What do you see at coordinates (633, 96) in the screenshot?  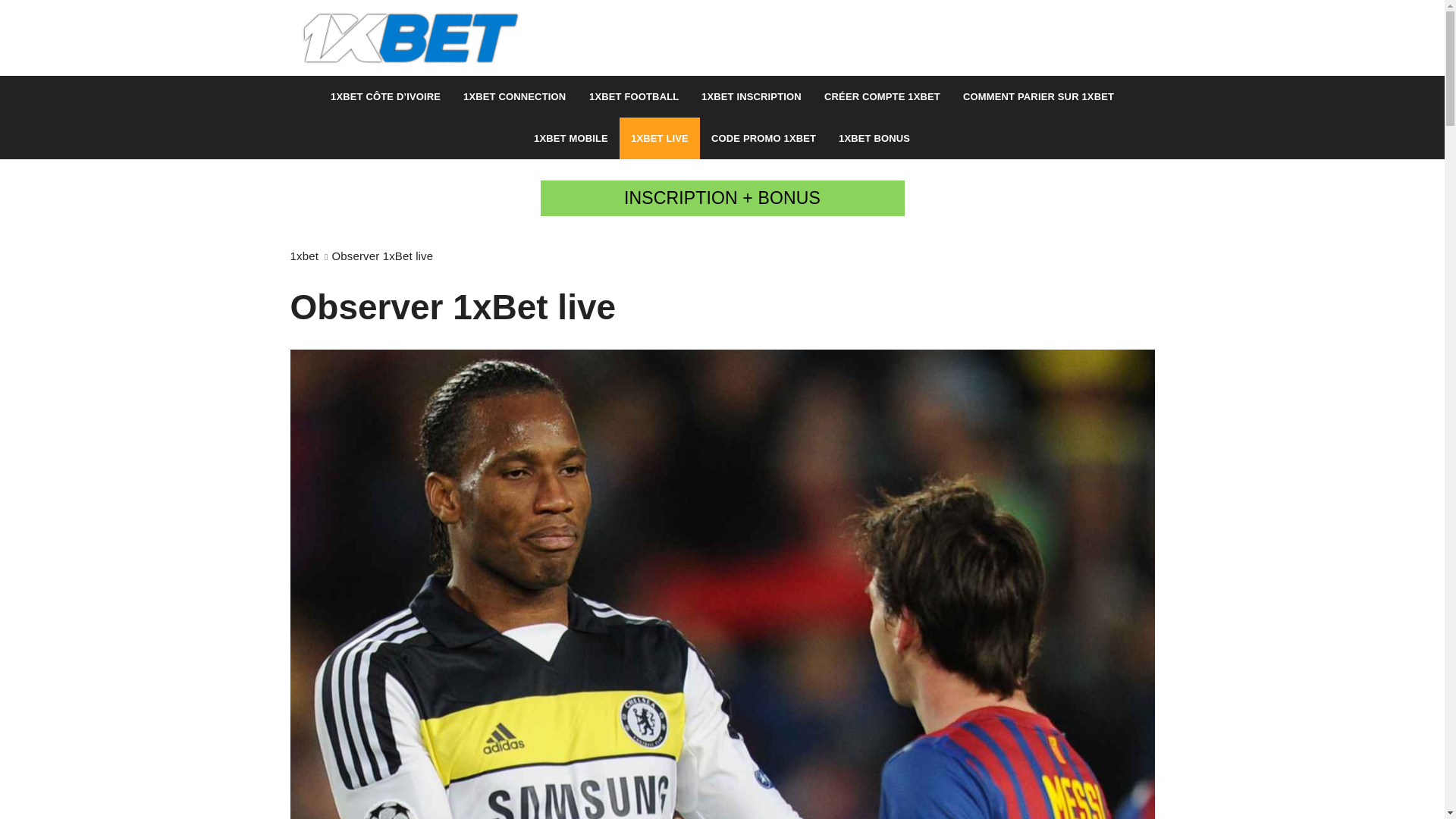 I see `'1XBET FOOTBALL'` at bounding box center [633, 96].